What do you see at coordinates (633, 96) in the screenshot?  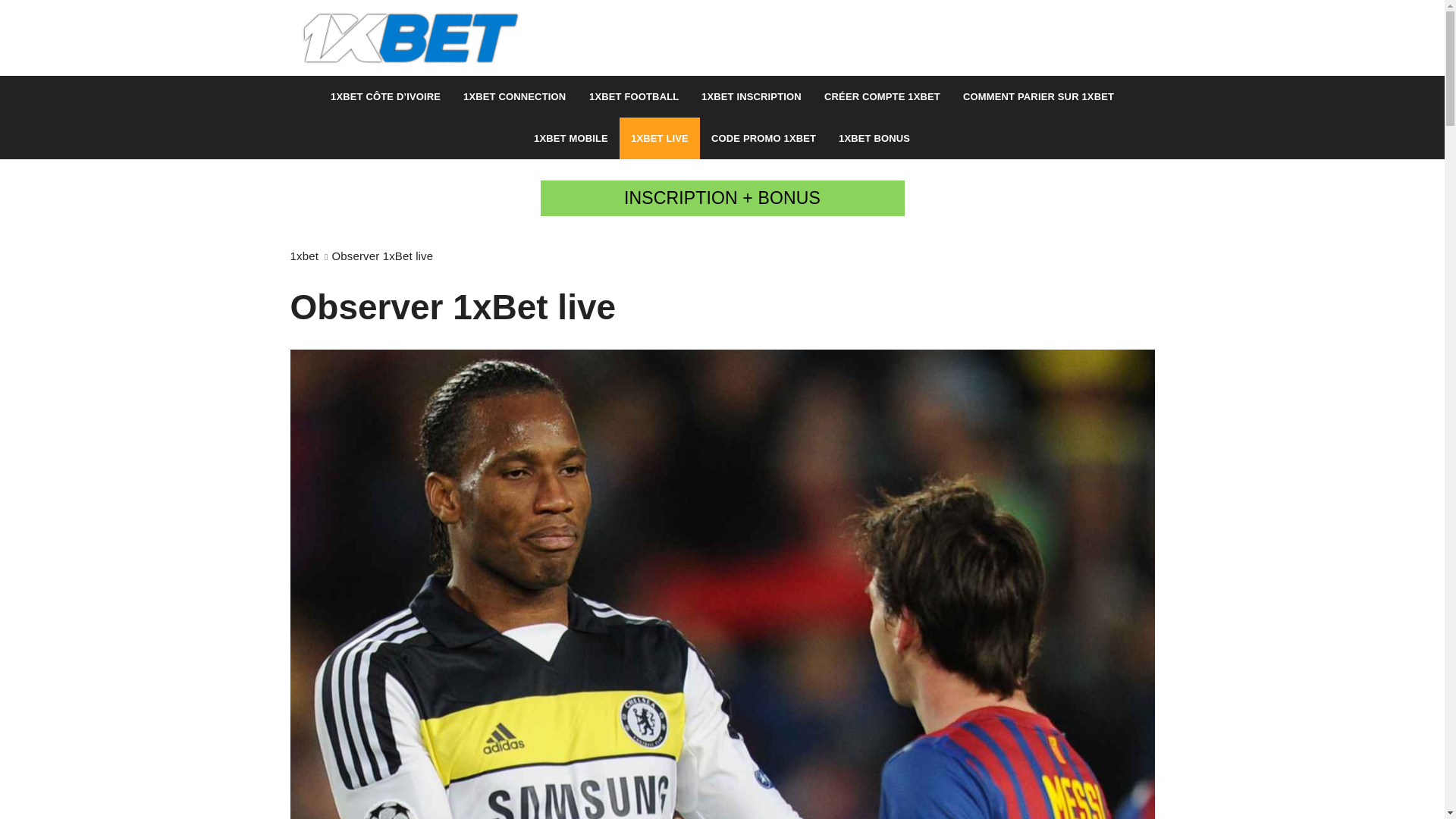 I see `'1XBET FOOTBALL'` at bounding box center [633, 96].